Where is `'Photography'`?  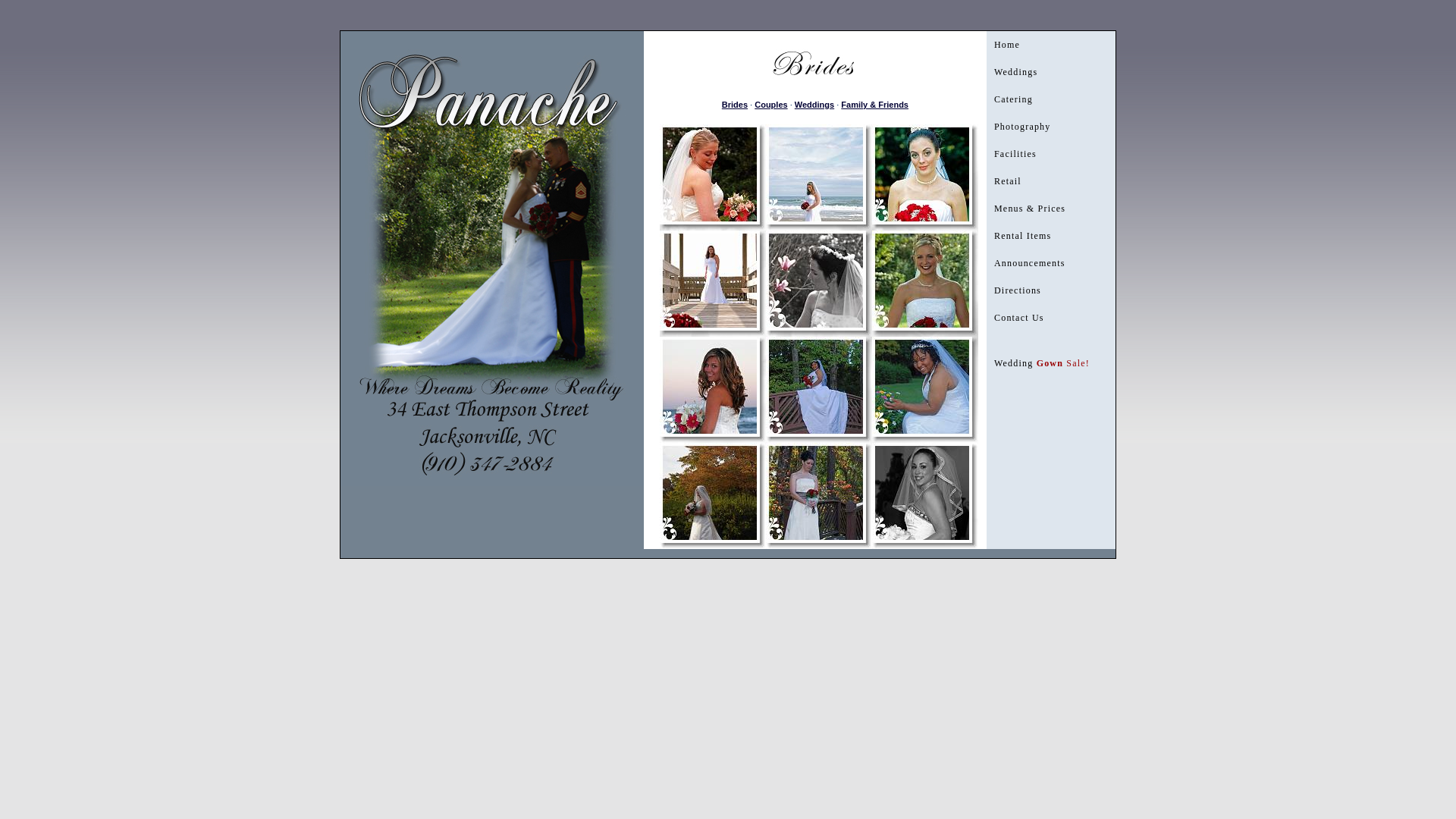
'Photography' is located at coordinates (1050, 125).